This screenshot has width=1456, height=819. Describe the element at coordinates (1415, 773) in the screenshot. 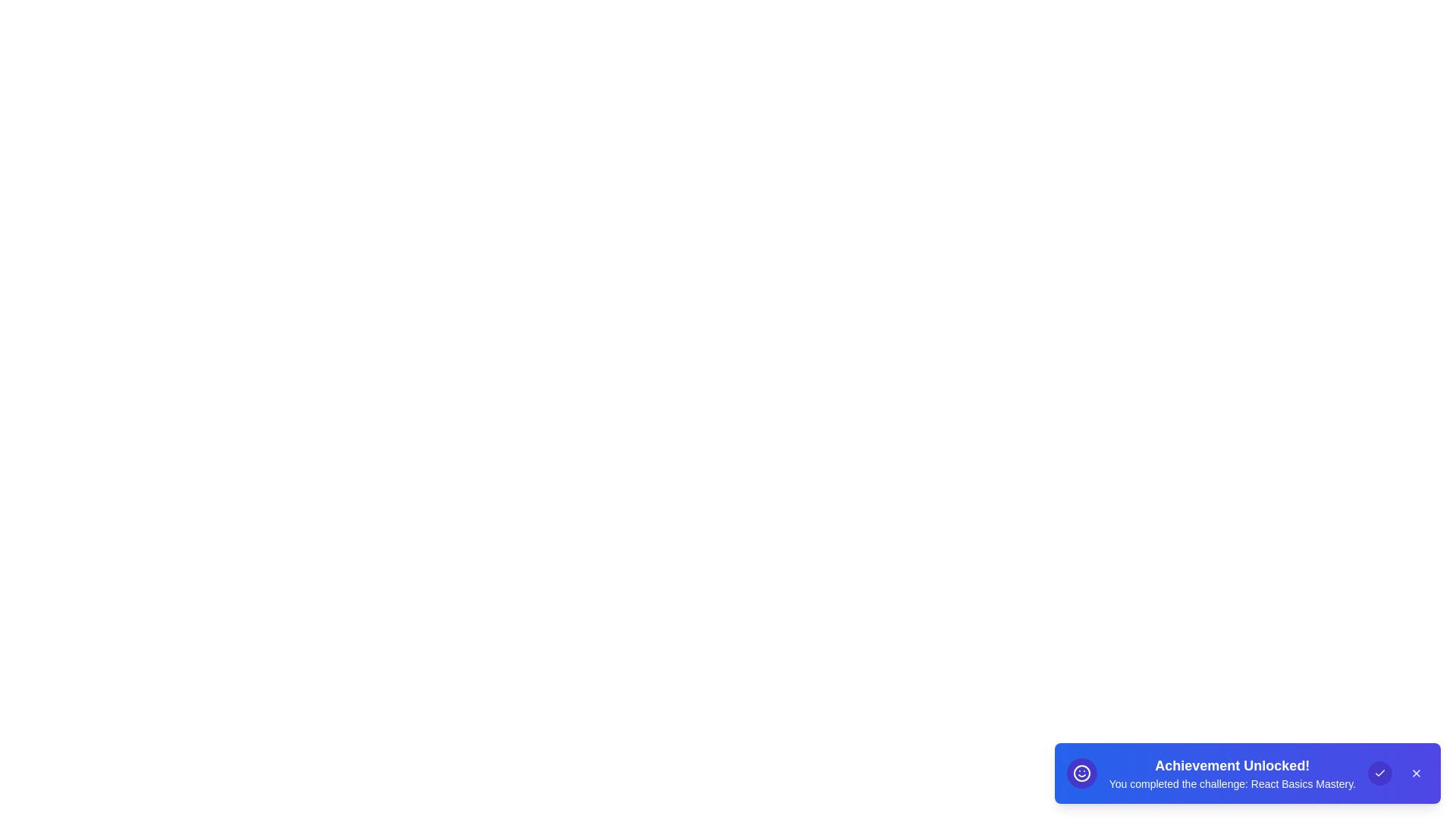

I see `the button close_button to observe the hover effect` at that location.